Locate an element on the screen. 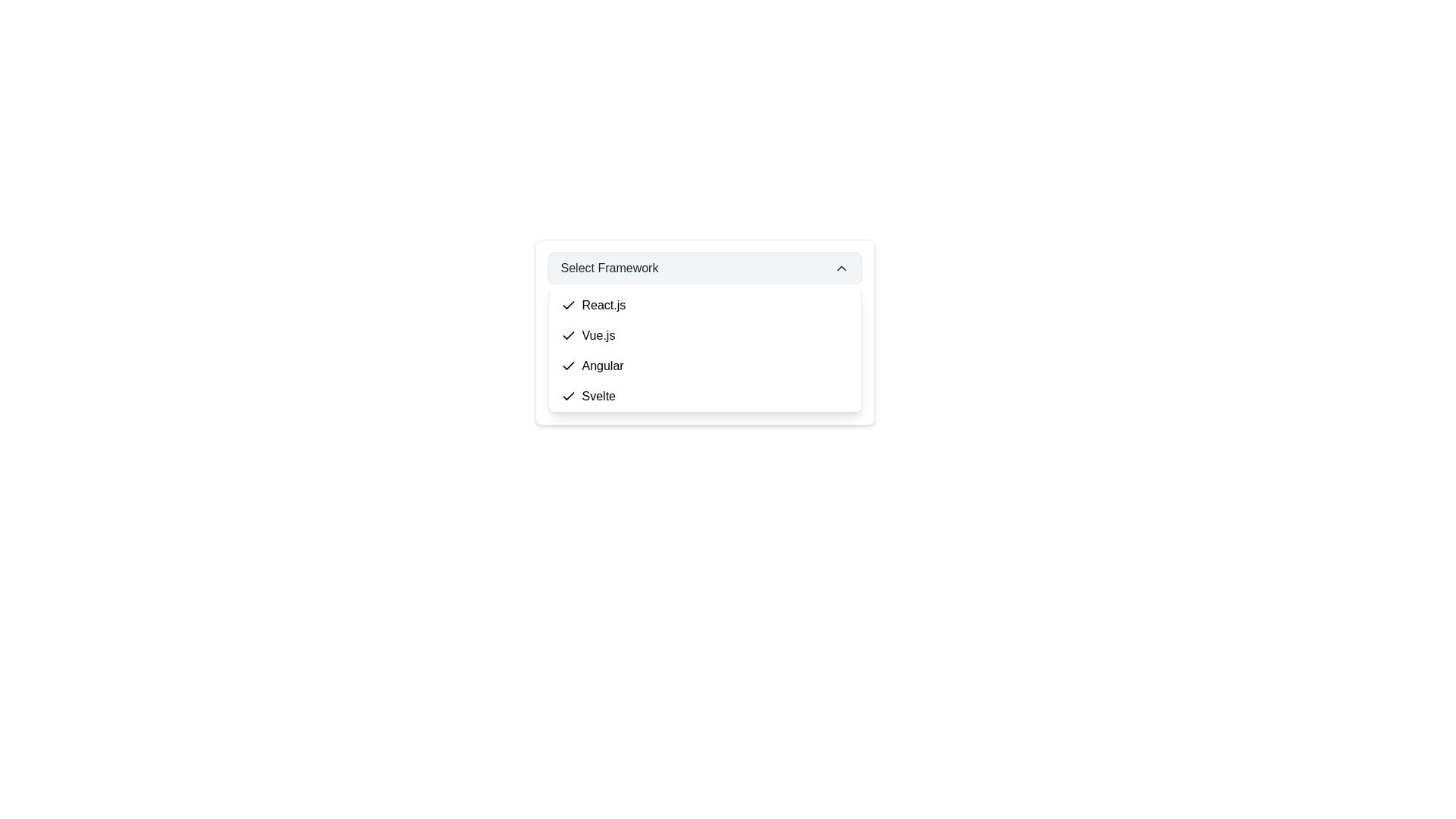  to select the 'Vue.js' option, which is the second item in the dropdown menu, styled with a hollow checkmark icon to the left of the text is located at coordinates (587, 335).